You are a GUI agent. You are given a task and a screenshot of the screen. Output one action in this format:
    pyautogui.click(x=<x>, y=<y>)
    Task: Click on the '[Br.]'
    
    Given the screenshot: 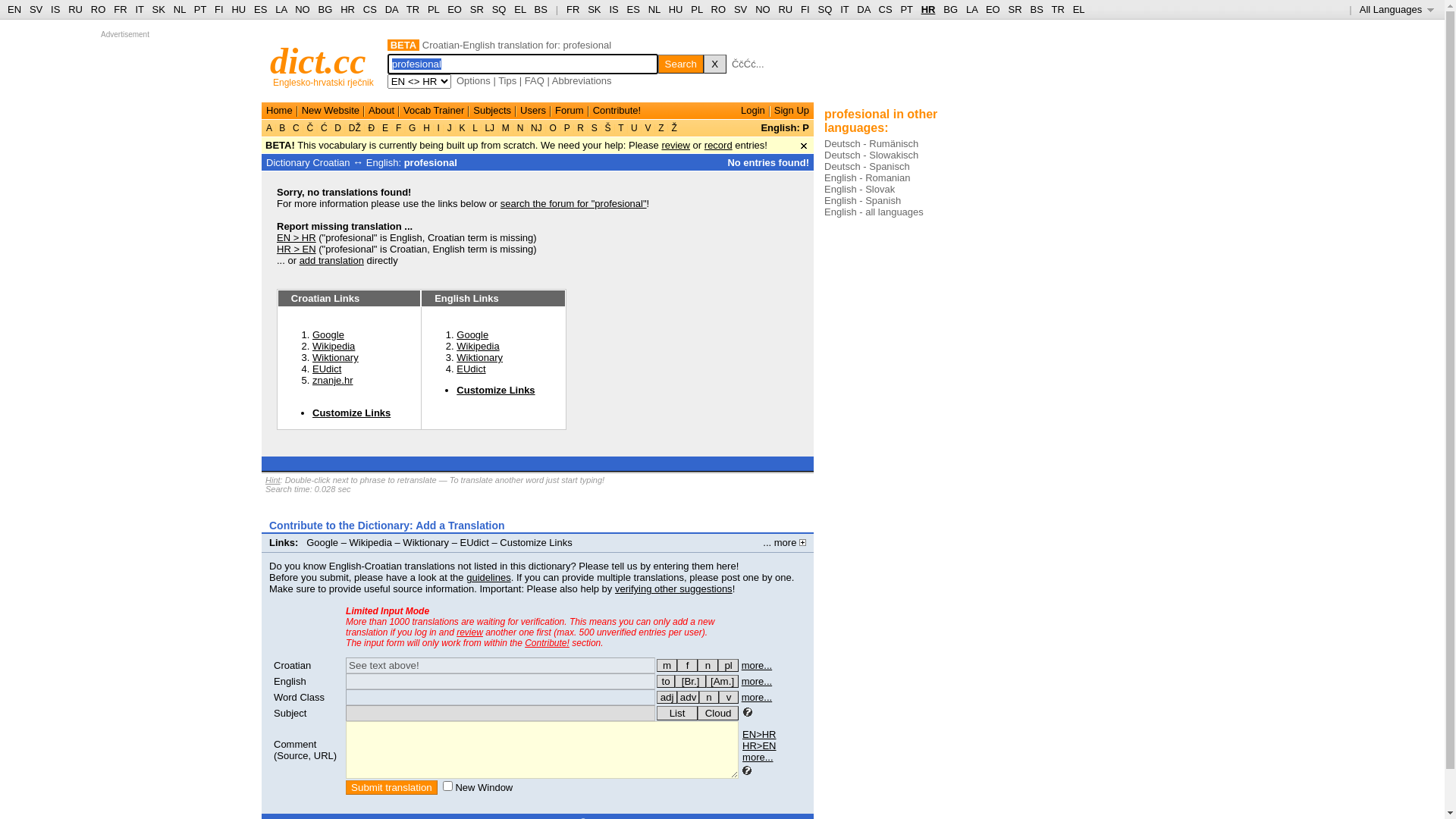 What is the action you would take?
    pyautogui.click(x=689, y=680)
    